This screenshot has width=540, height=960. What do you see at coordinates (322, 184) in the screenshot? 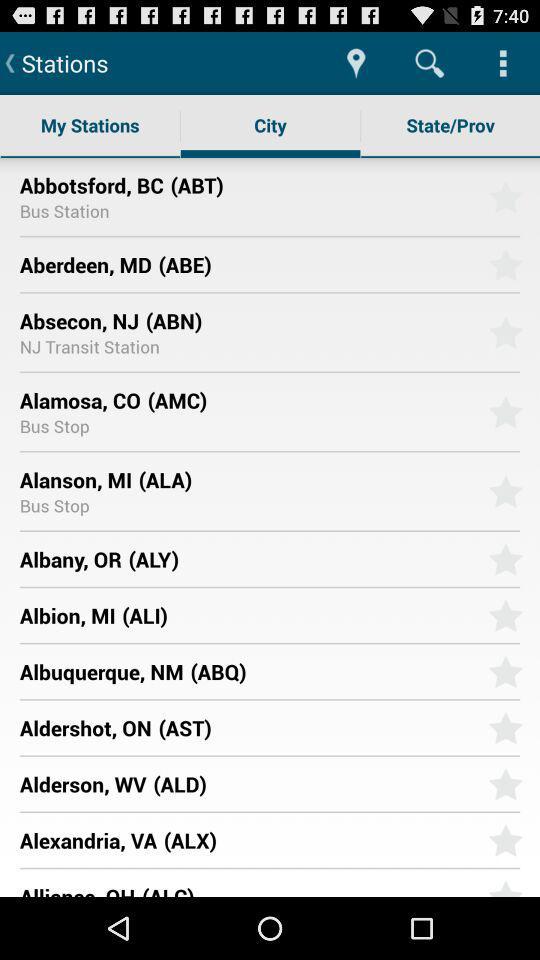
I see `the icon next to abbotsford, bc` at bounding box center [322, 184].